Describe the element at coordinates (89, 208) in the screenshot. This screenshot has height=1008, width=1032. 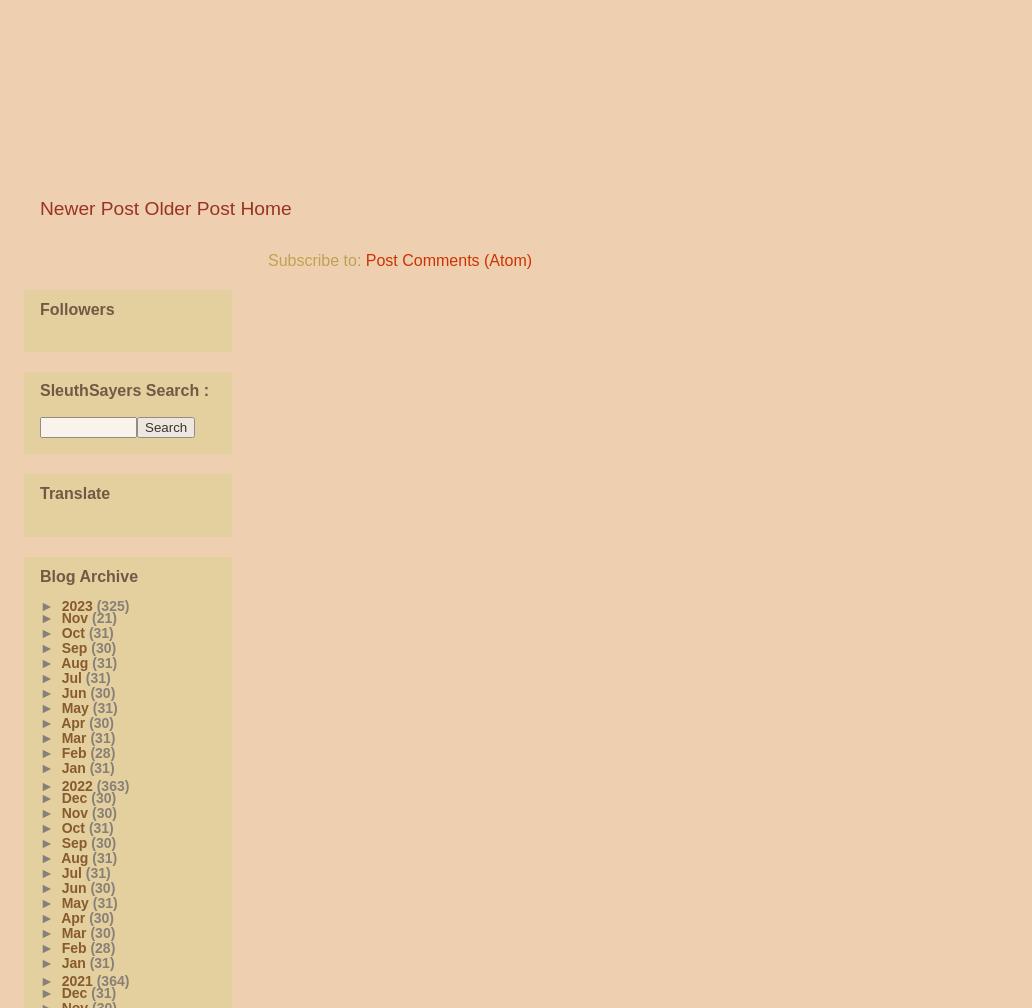
I see `'Newer Post'` at that location.